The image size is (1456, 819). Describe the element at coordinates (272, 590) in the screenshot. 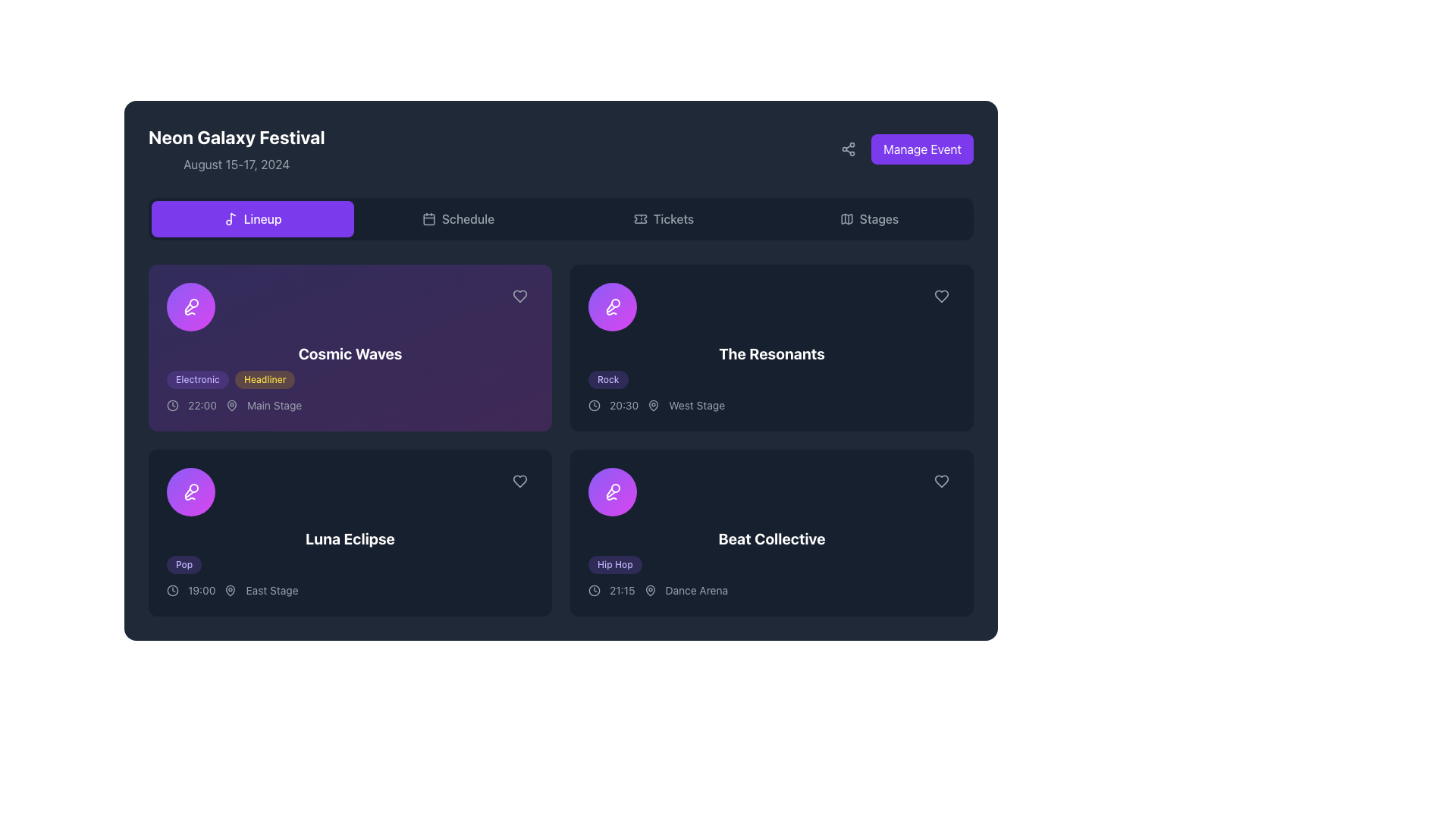

I see `the 'East Stage' text label located to the right of the pin icon in the second row of event cards under 'Luna Eclipse' in the 'Lineup' section` at that location.